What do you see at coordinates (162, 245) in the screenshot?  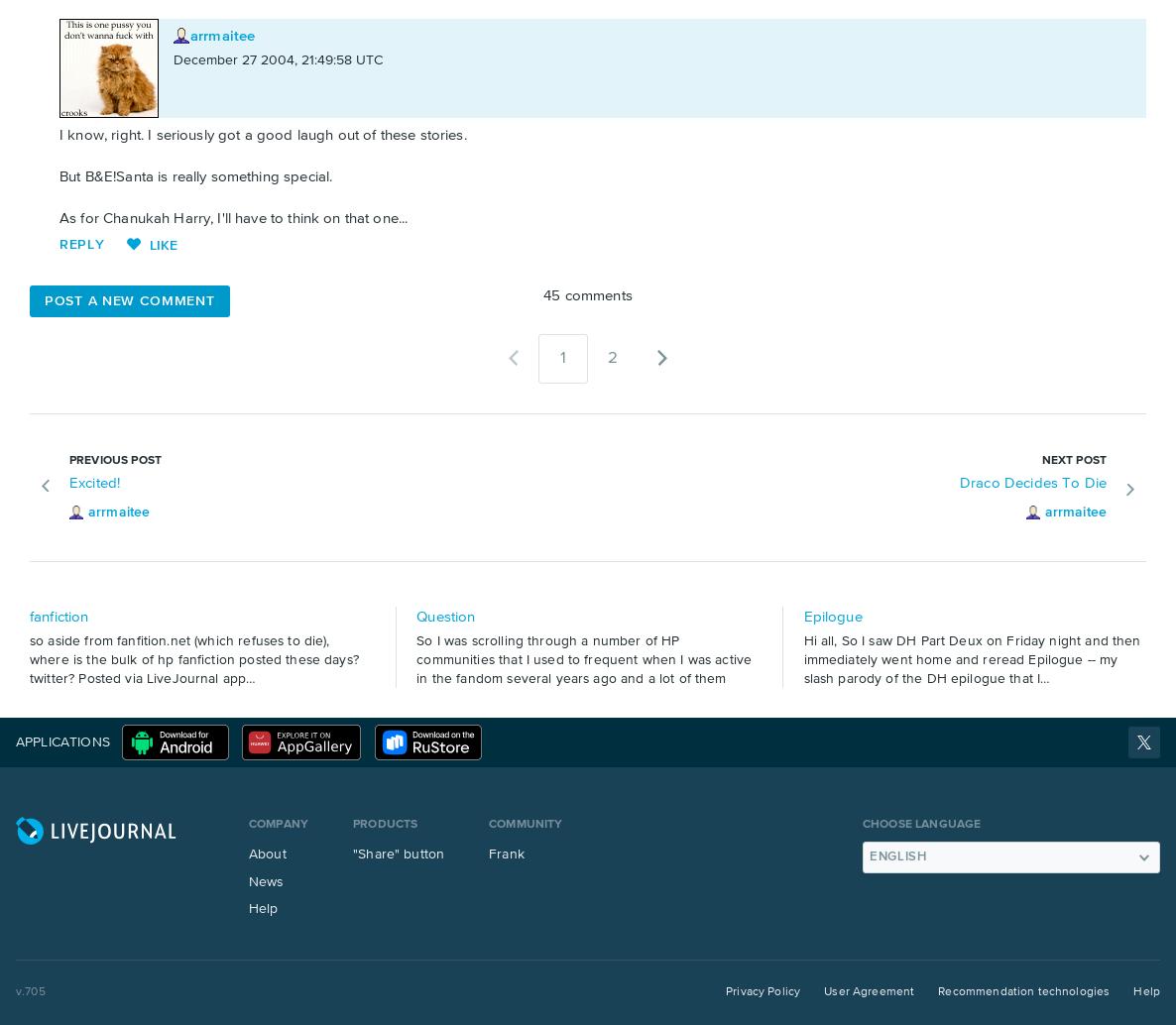 I see `'Like'` at bounding box center [162, 245].